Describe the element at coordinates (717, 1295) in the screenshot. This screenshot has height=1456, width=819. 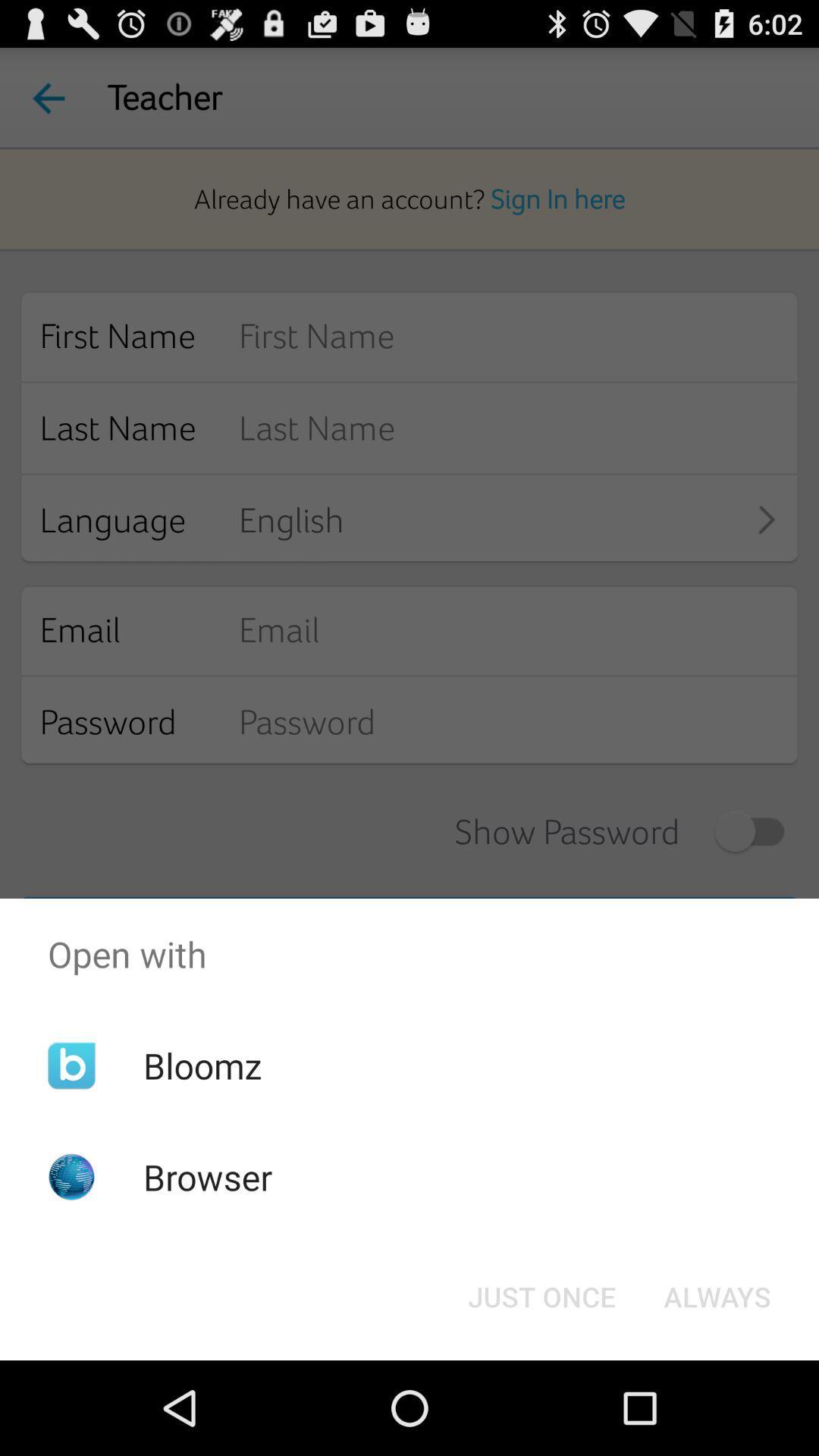
I see `app below the open with item` at that location.